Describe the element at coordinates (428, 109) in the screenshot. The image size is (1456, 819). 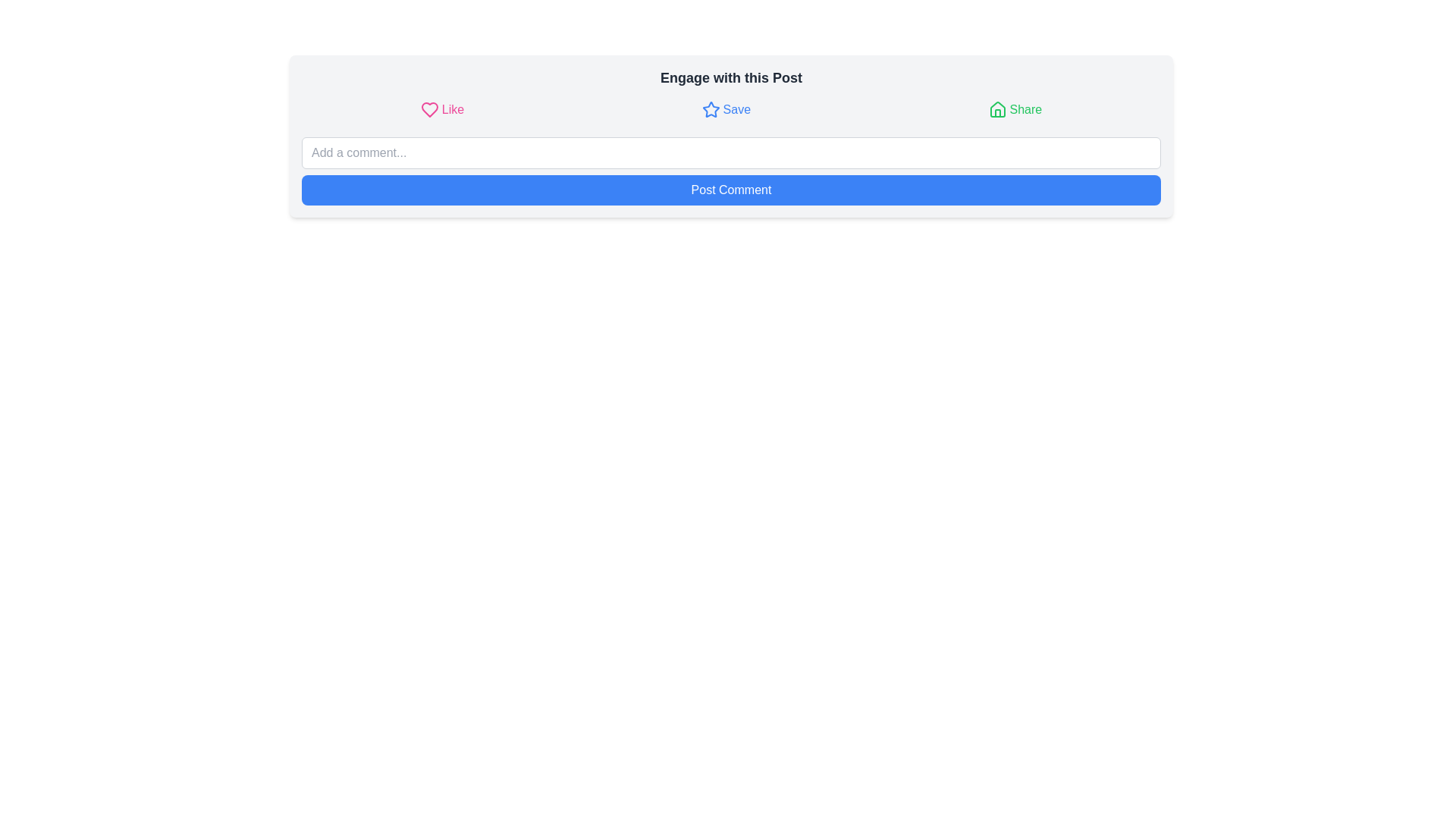
I see `the heart-shaped icon with a pink fill, located to the left of the text 'Like'` at that location.